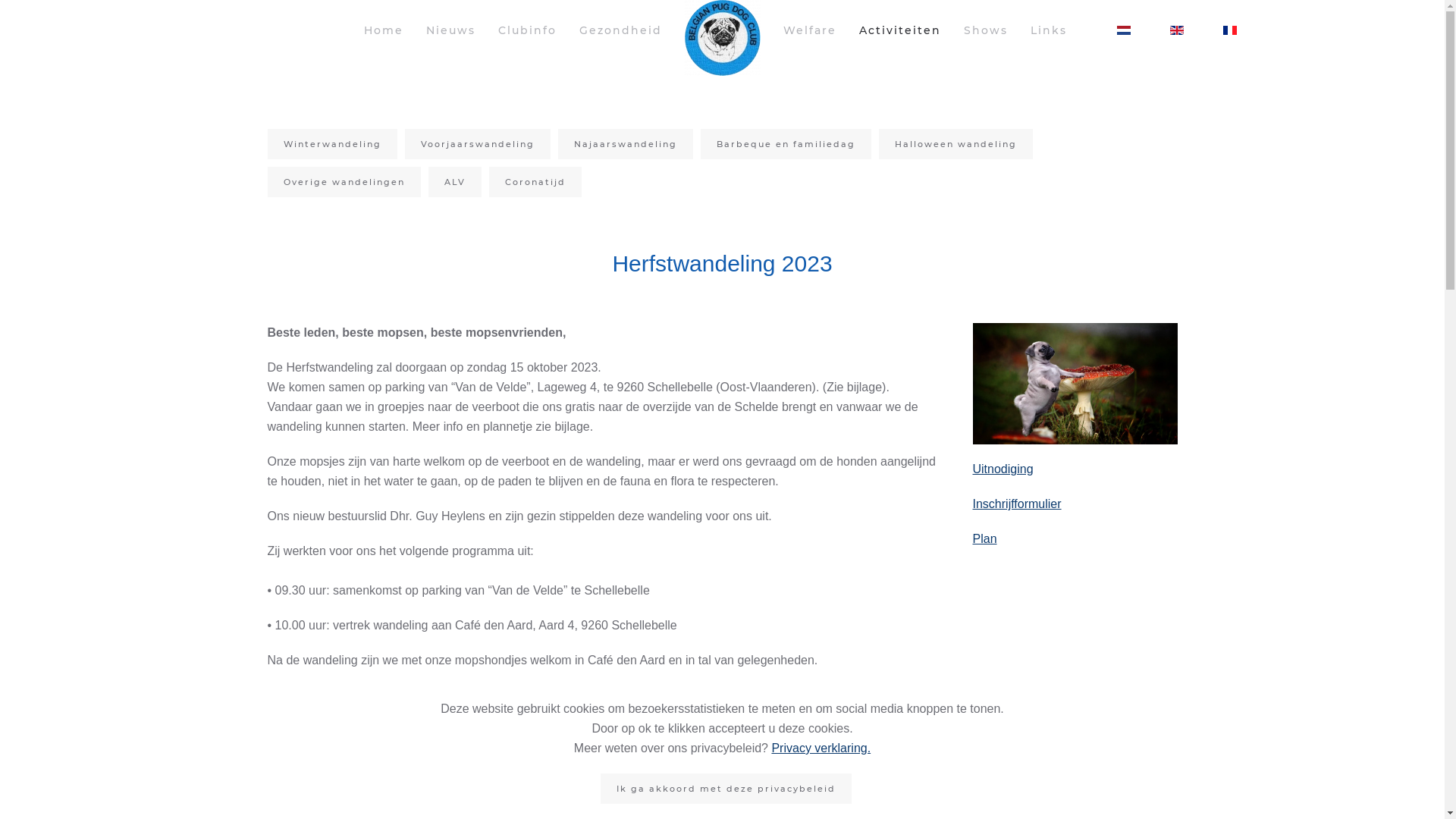 The width and height of the screenshot is (1456, 819). I want to click on 'Home', so click(383, 30).